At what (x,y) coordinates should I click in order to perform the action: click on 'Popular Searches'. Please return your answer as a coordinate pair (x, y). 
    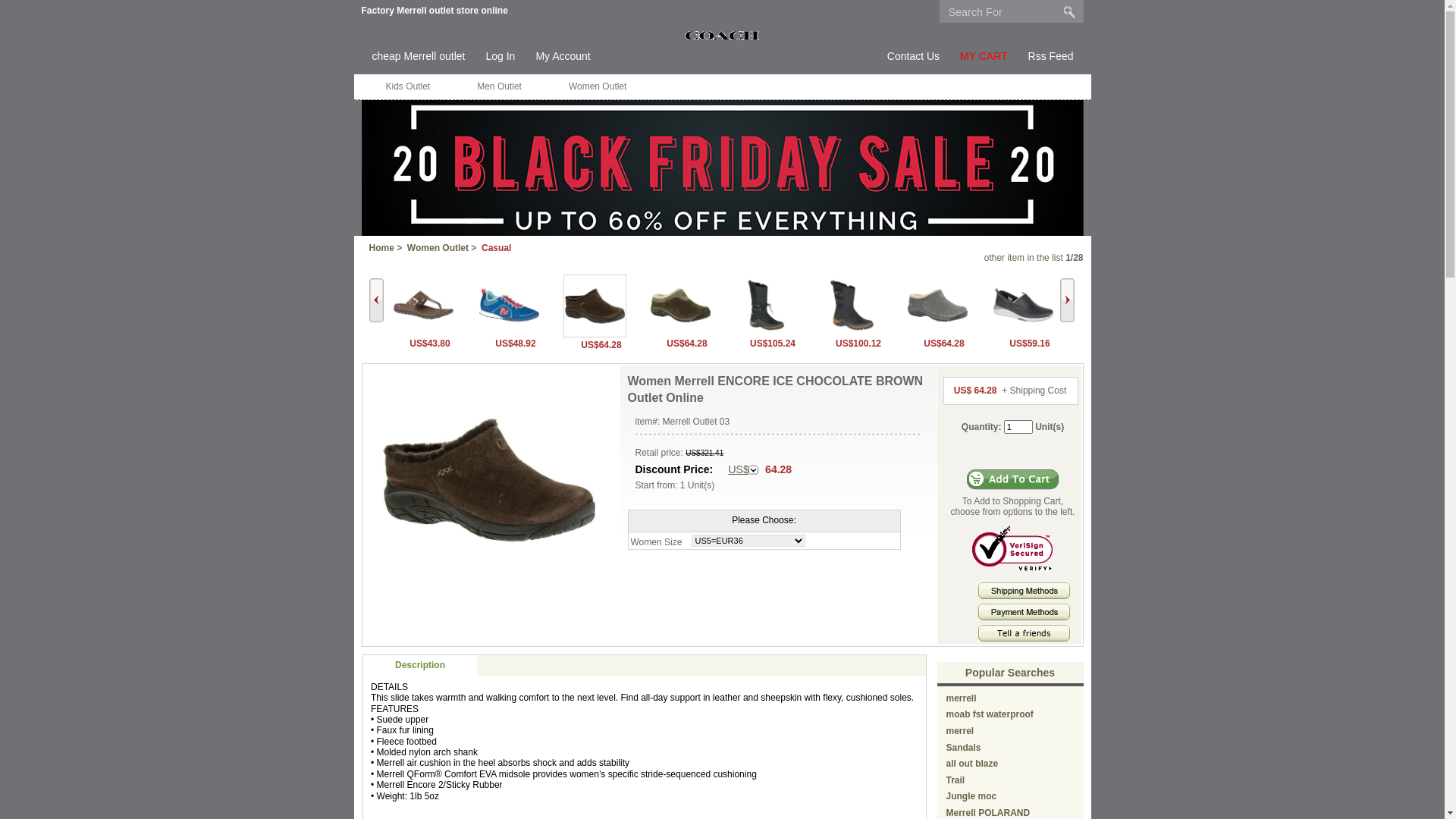
    Looking at the image, I should click on (1009, 672).